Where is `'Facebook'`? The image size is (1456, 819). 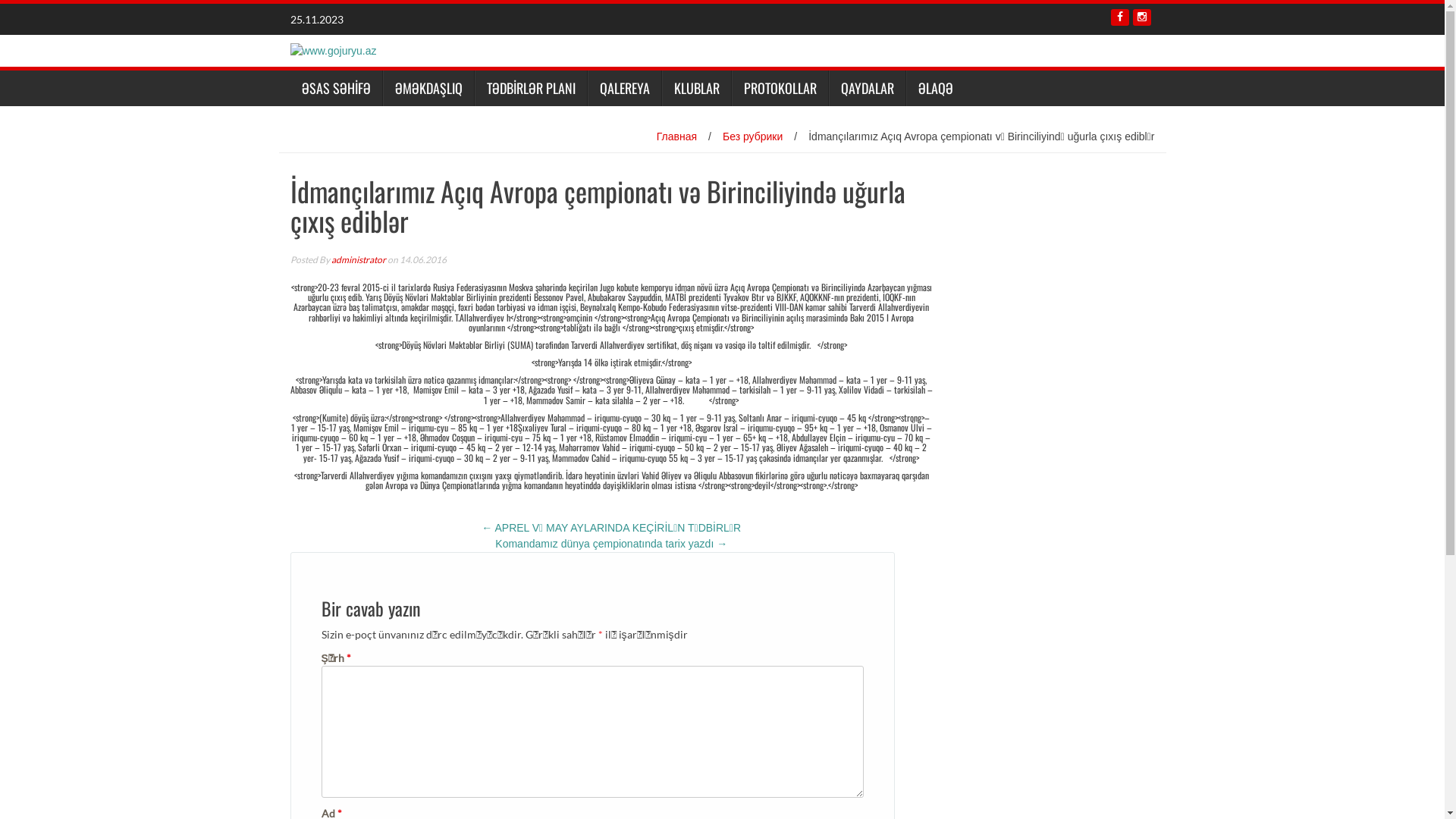 'Facebook' is located at coordinates (1119, 17).